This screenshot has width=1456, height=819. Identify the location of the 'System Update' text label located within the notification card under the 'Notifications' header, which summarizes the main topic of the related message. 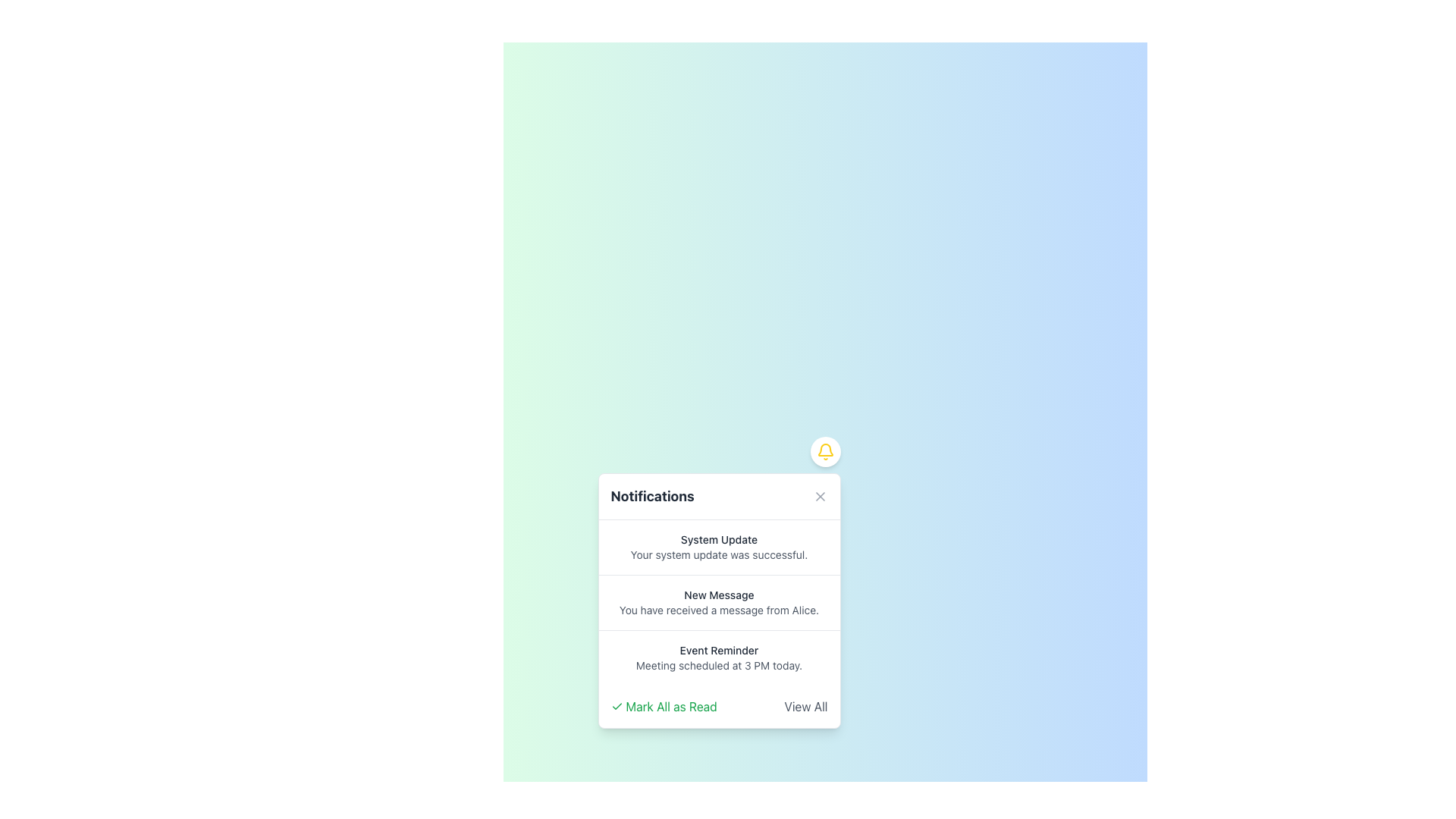
(718, 539).